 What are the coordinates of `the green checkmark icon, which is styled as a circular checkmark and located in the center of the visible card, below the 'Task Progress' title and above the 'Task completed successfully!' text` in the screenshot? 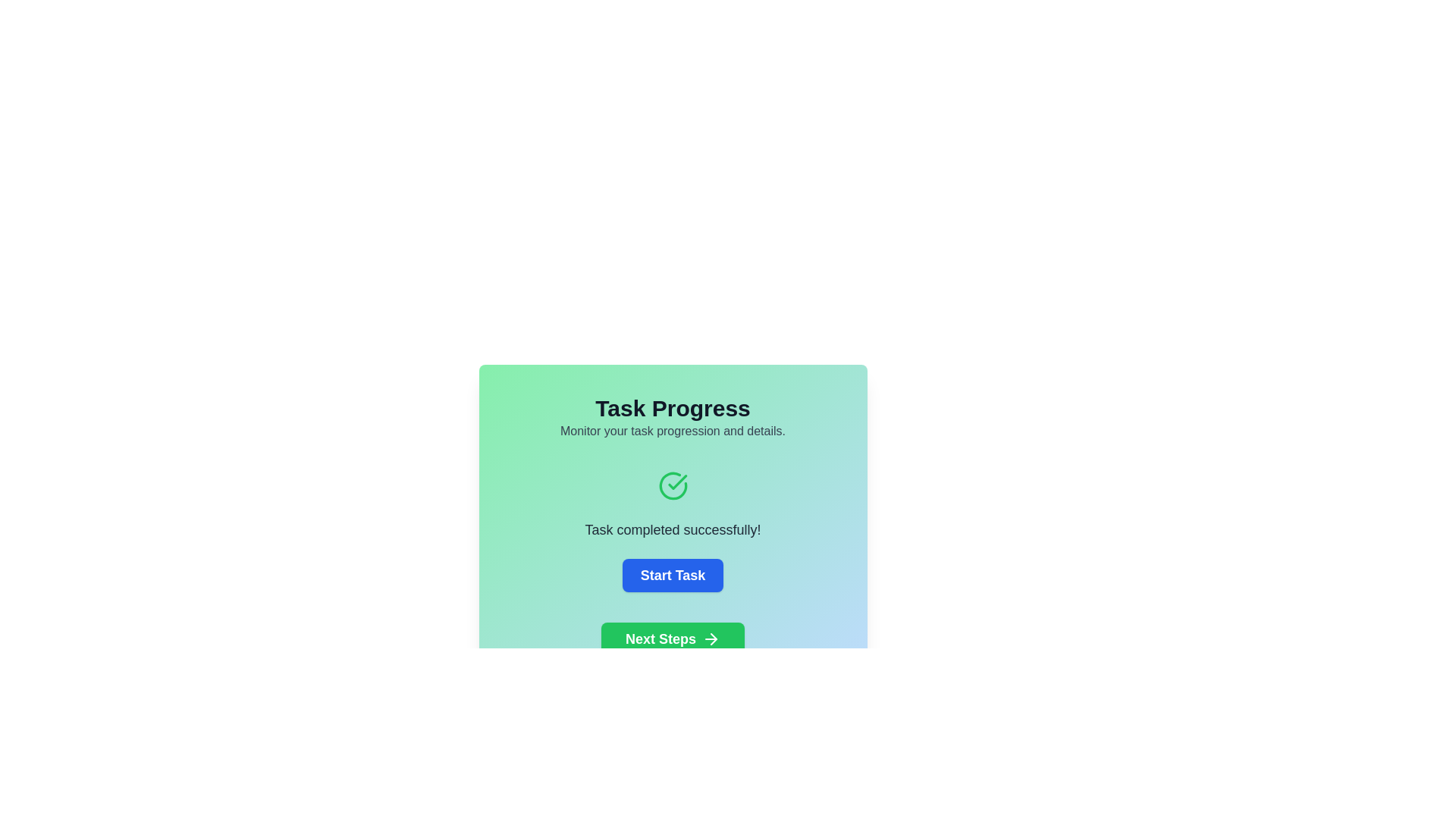 It's located at (676, 482).